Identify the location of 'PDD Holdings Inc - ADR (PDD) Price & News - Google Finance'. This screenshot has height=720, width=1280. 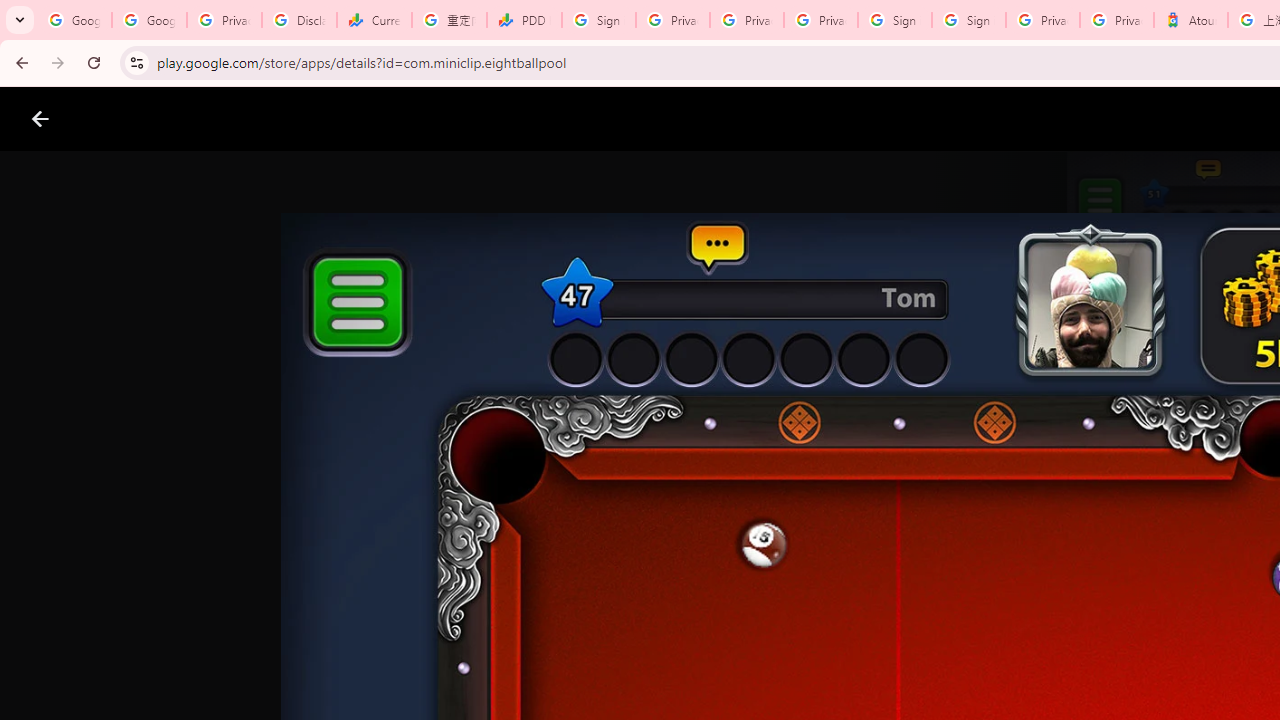
(524, 20).